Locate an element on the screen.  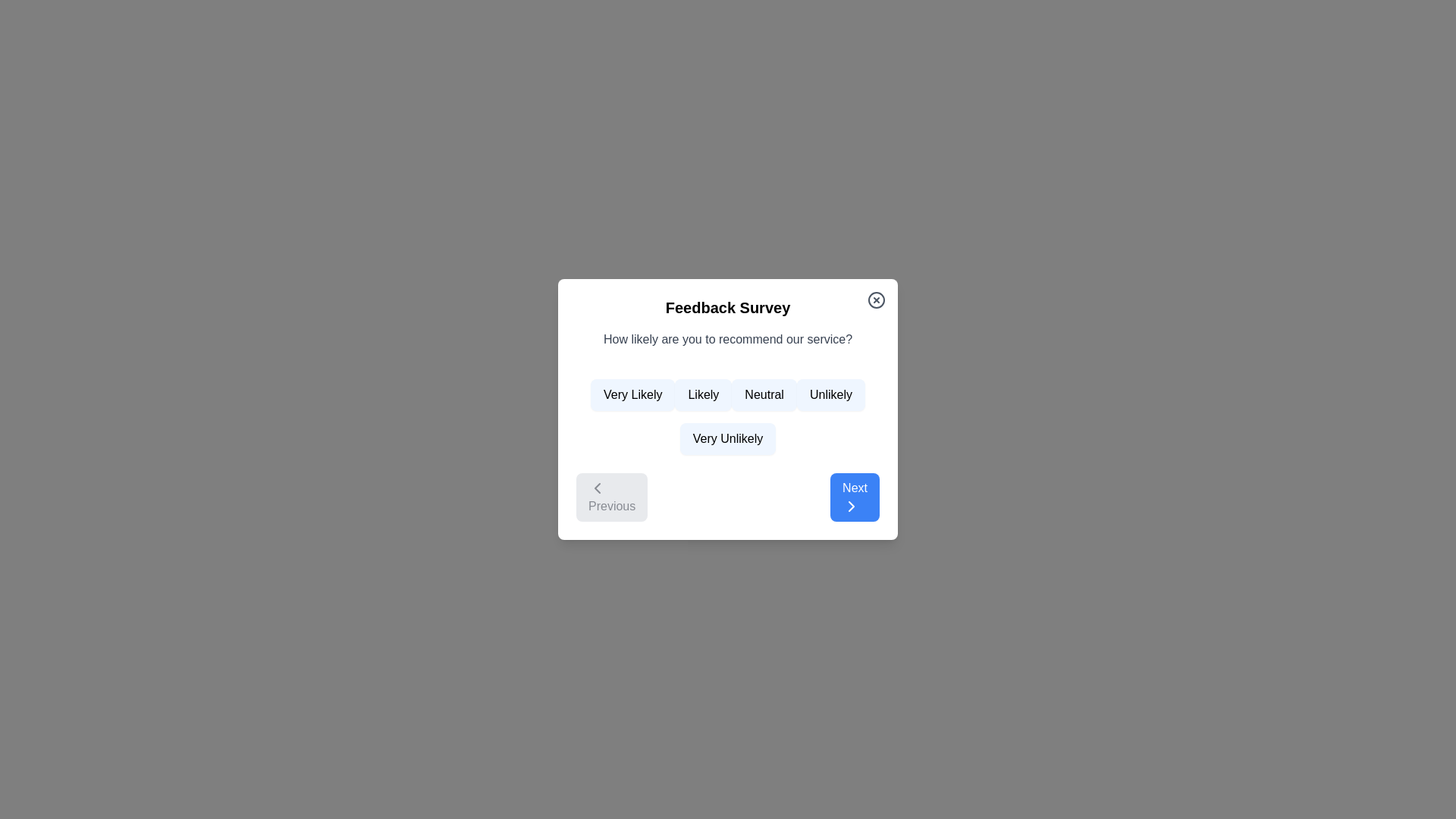
the blue rectangular button labeled 'Next' with a right-chevron icon located at the bottom-right corner of the feedback survey dialog is located at coordinates (855, 497).